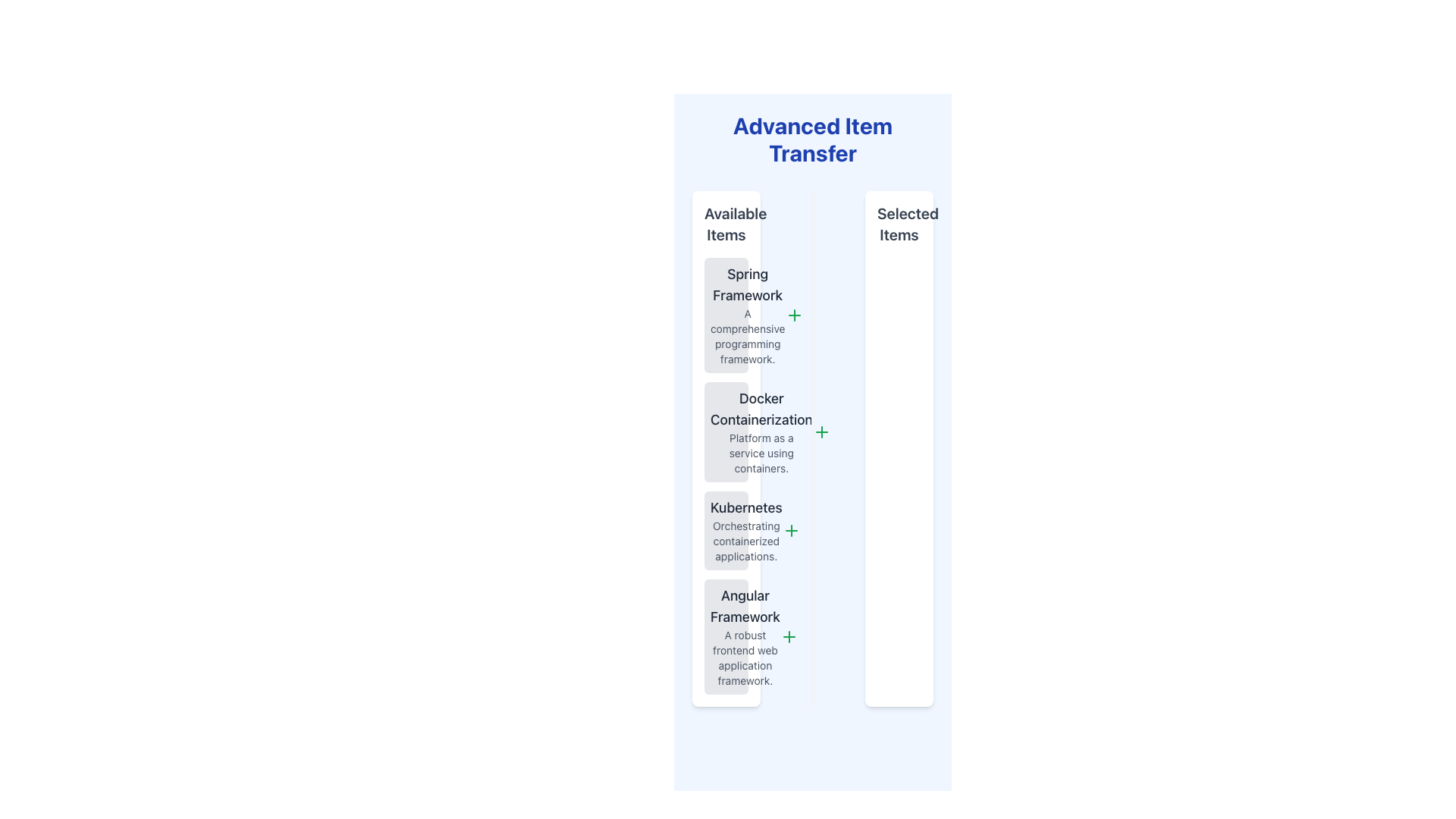 This screenshot has width=1456, height=819. I want to click on the 'Kubernetes' item in the selection list located in the 'Available Items' section of the 'Advanced Item Transfer' interface, so click(746, 529).